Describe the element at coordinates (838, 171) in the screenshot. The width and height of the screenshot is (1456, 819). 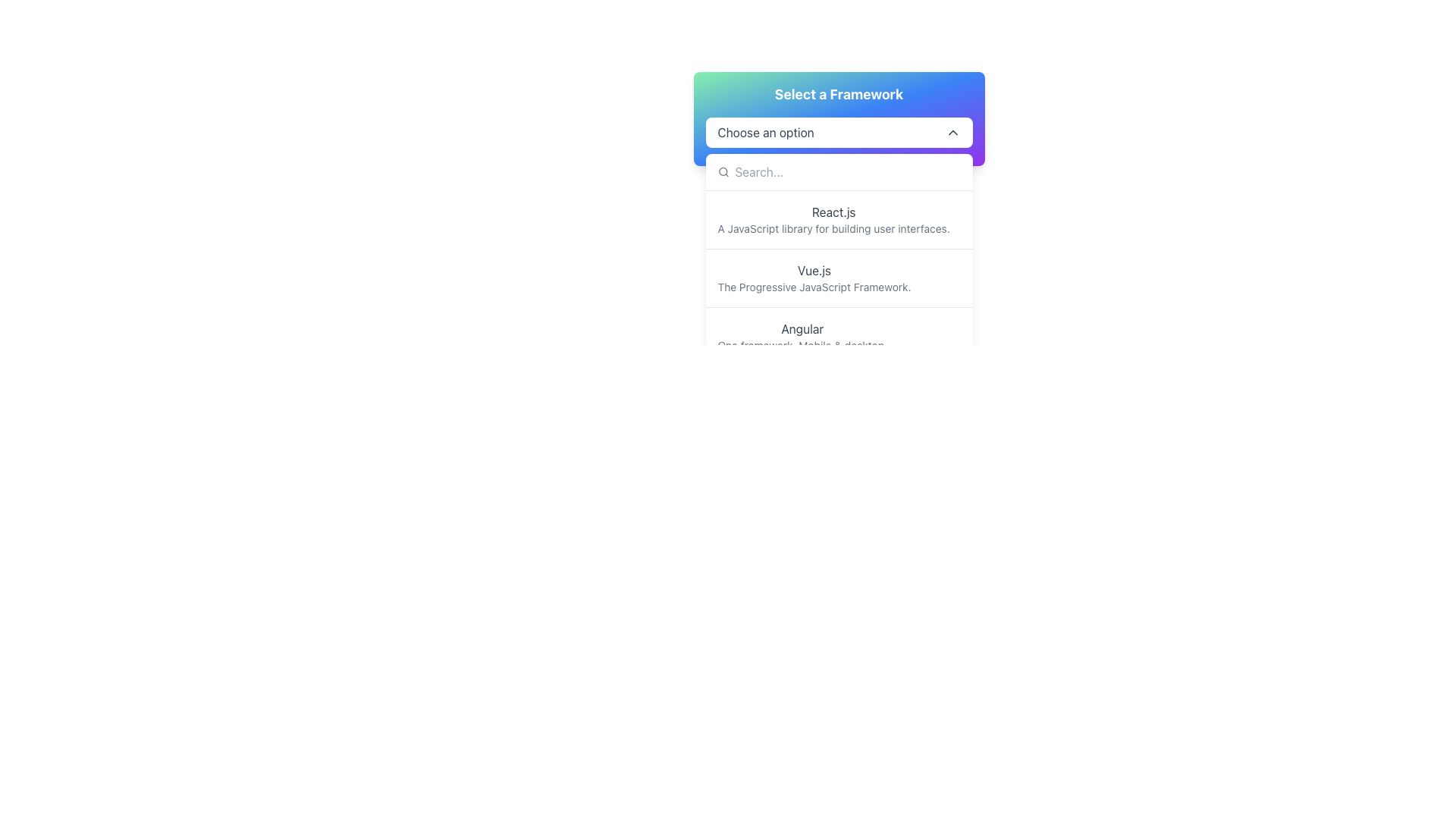
I see `the input field of the Search bar, which is located below the 'Select a Framework' dropdown, to focus and start typing` at that location.